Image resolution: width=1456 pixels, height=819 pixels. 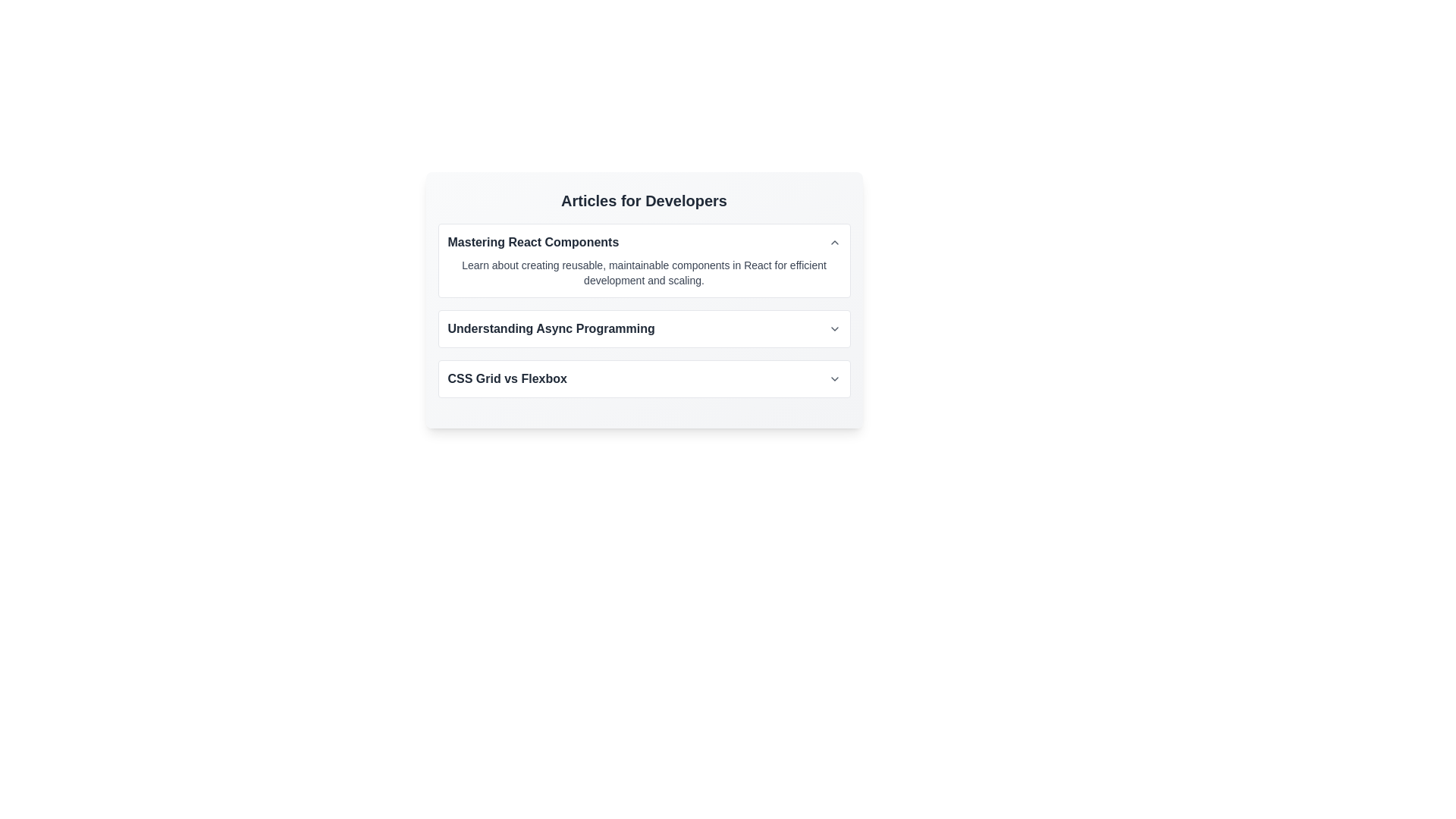 I want to click on the descriptive paragraph element located below the header 'Mastering React Components' in the articles section for developers, so click(x=644, y=271).